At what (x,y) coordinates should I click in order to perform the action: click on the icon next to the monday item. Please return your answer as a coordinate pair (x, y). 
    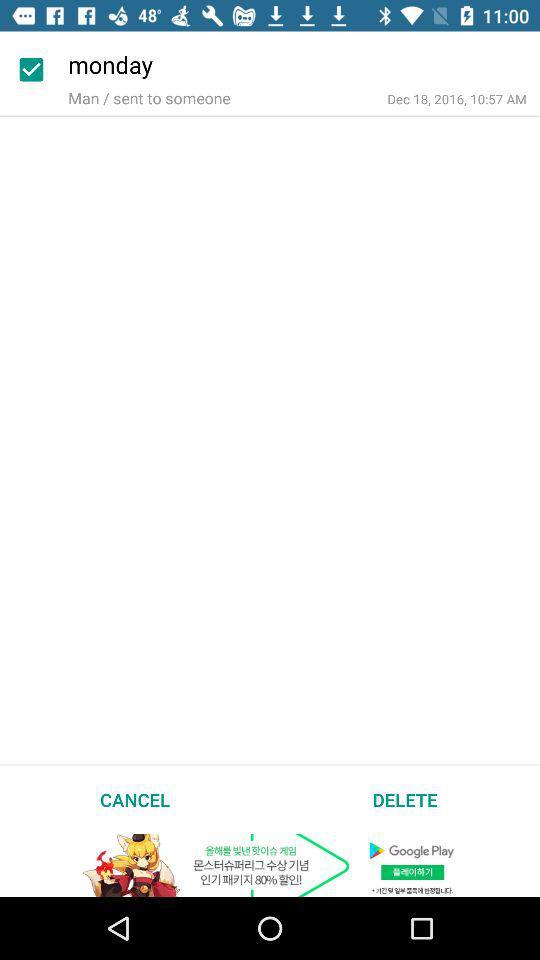
    Looking at the image, I should click on (33, 69).